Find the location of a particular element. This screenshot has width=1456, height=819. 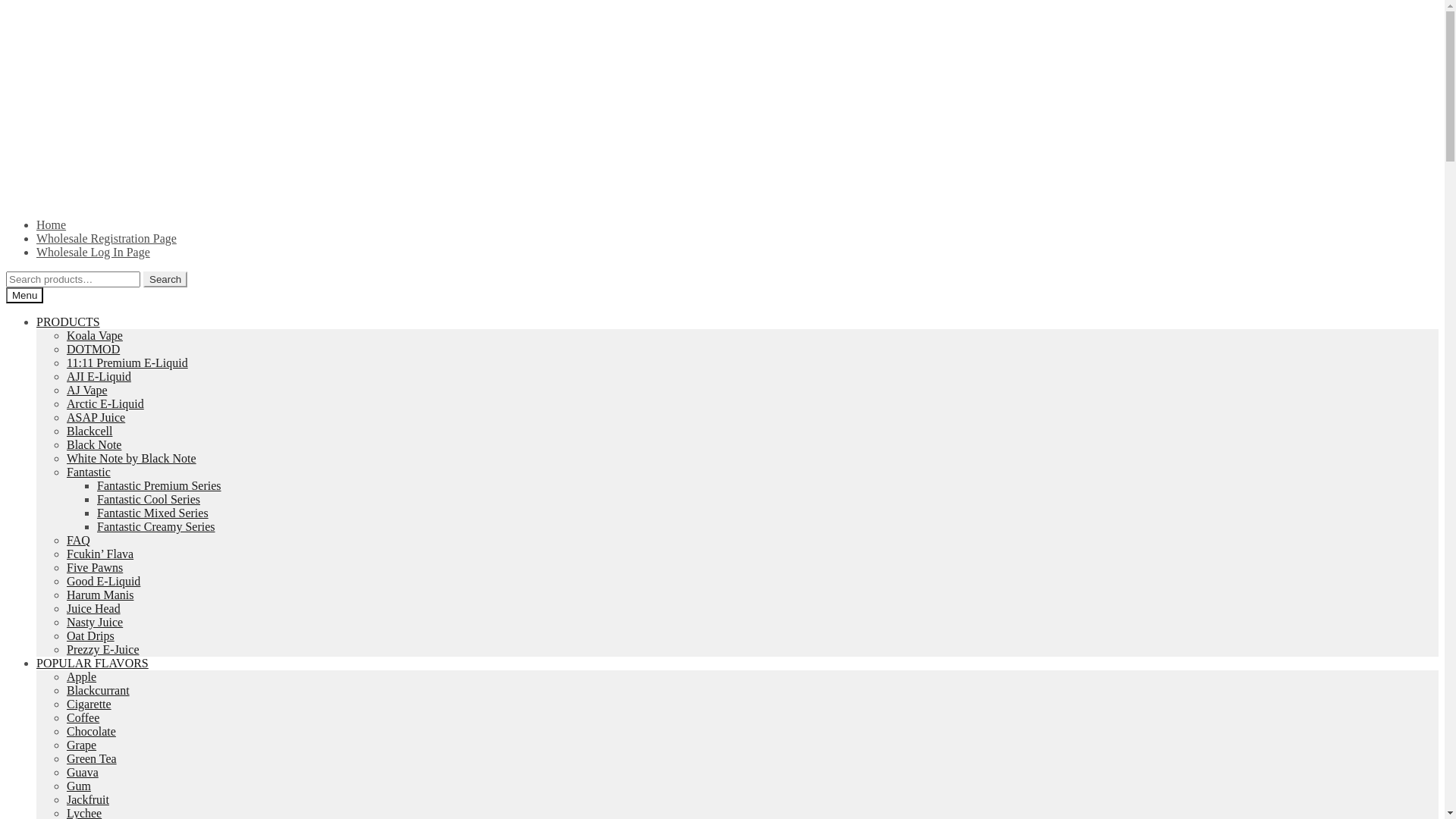

'Guava' is located at coordinates (65, 772).